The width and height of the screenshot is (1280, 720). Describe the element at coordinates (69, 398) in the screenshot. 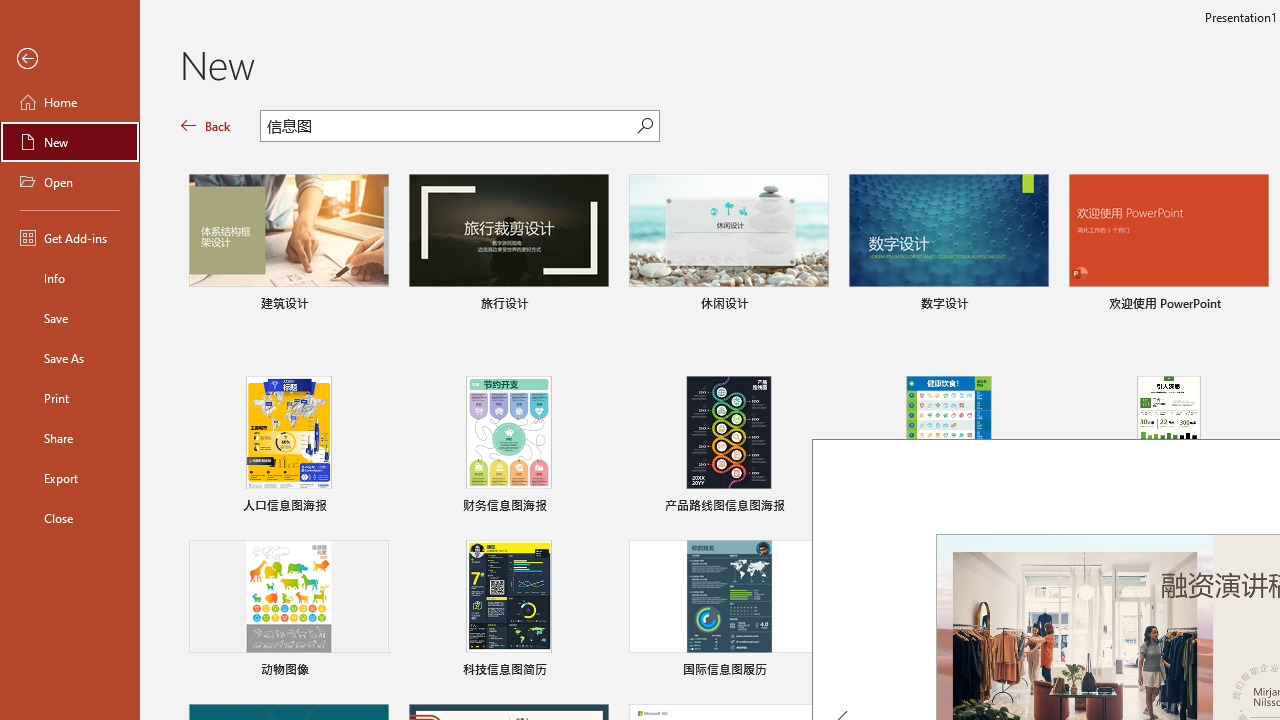

I see `'Print'` at that location.